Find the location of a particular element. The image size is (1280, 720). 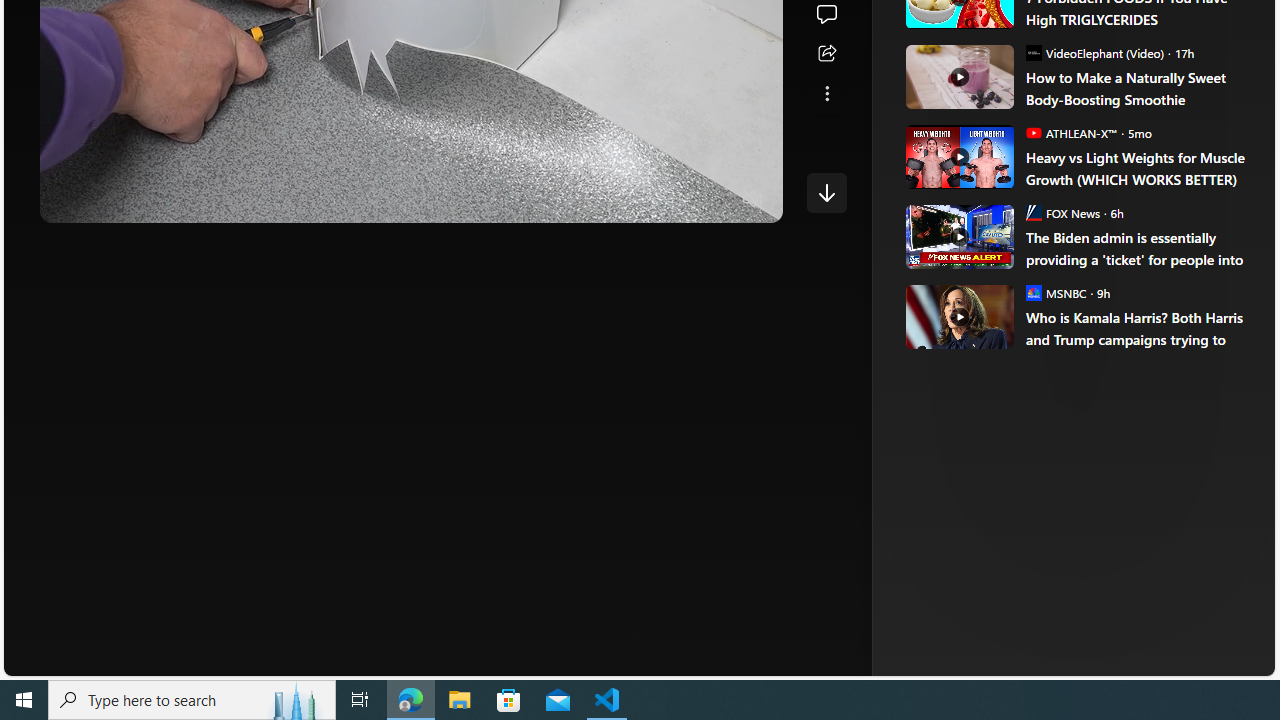

'FOX News FOX News' is located at coordinates (1061, 212).